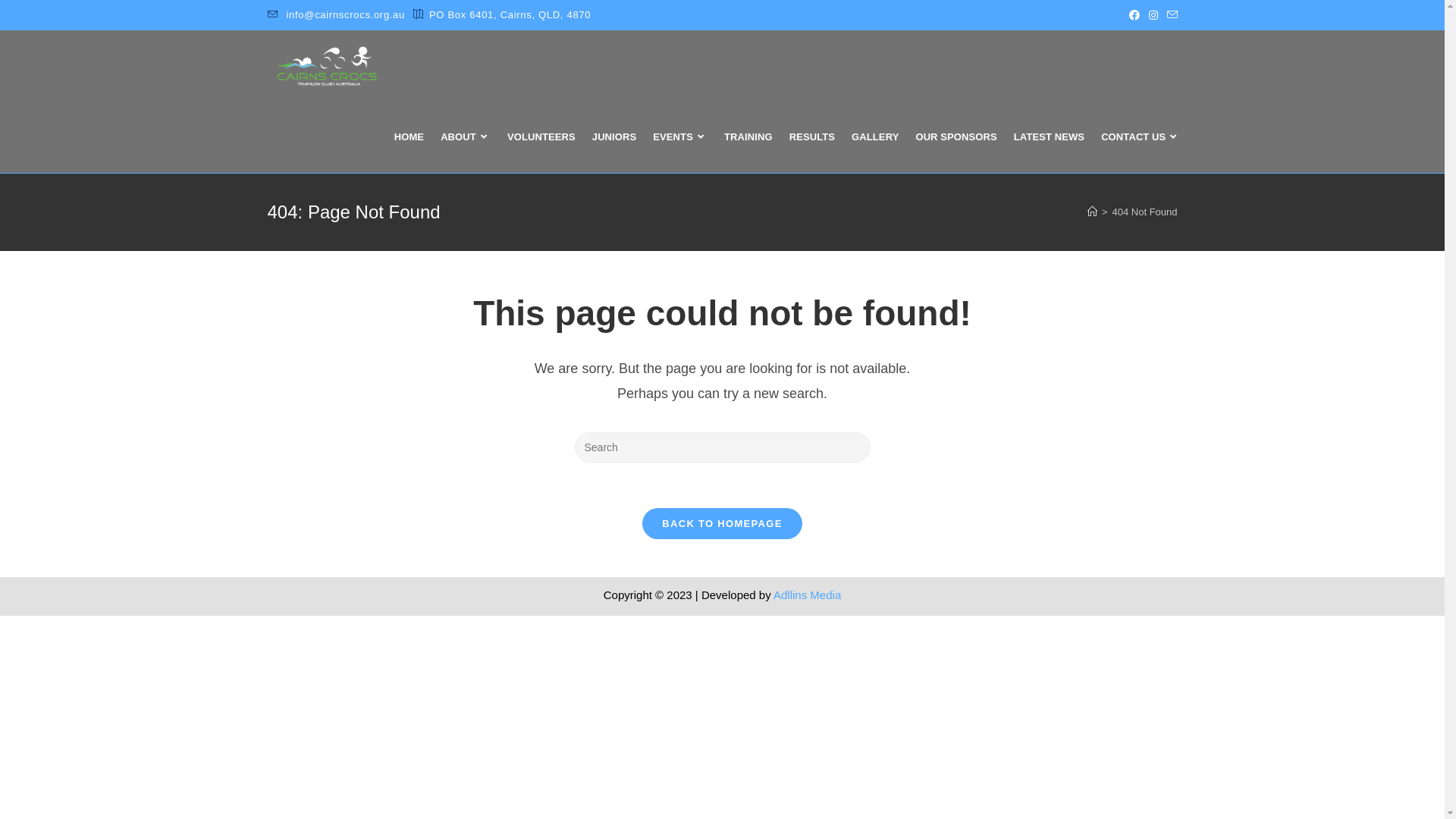 Image resolution: width=1456 pixels, height=819 pixels. What do you see at coordinates (614, 137) in the screenshot?
I see `'JUNIORS'` at bounding box center [614, 137].